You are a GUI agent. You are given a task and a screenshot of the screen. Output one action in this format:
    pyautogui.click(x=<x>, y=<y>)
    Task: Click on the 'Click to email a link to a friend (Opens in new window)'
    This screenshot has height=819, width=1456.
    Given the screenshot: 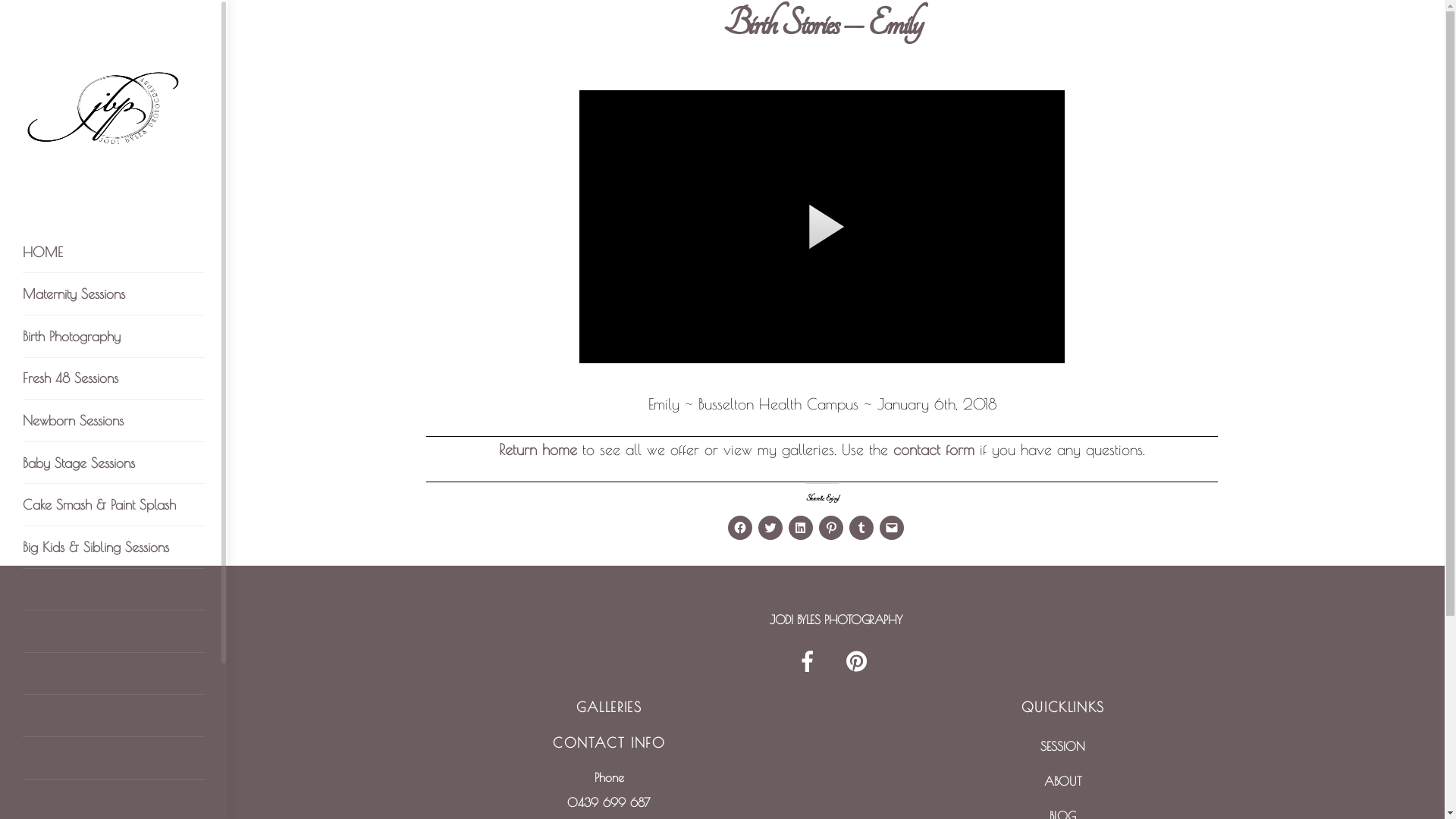 What is the action you would take?
    pyautogui.click(x=880, y=526)
    